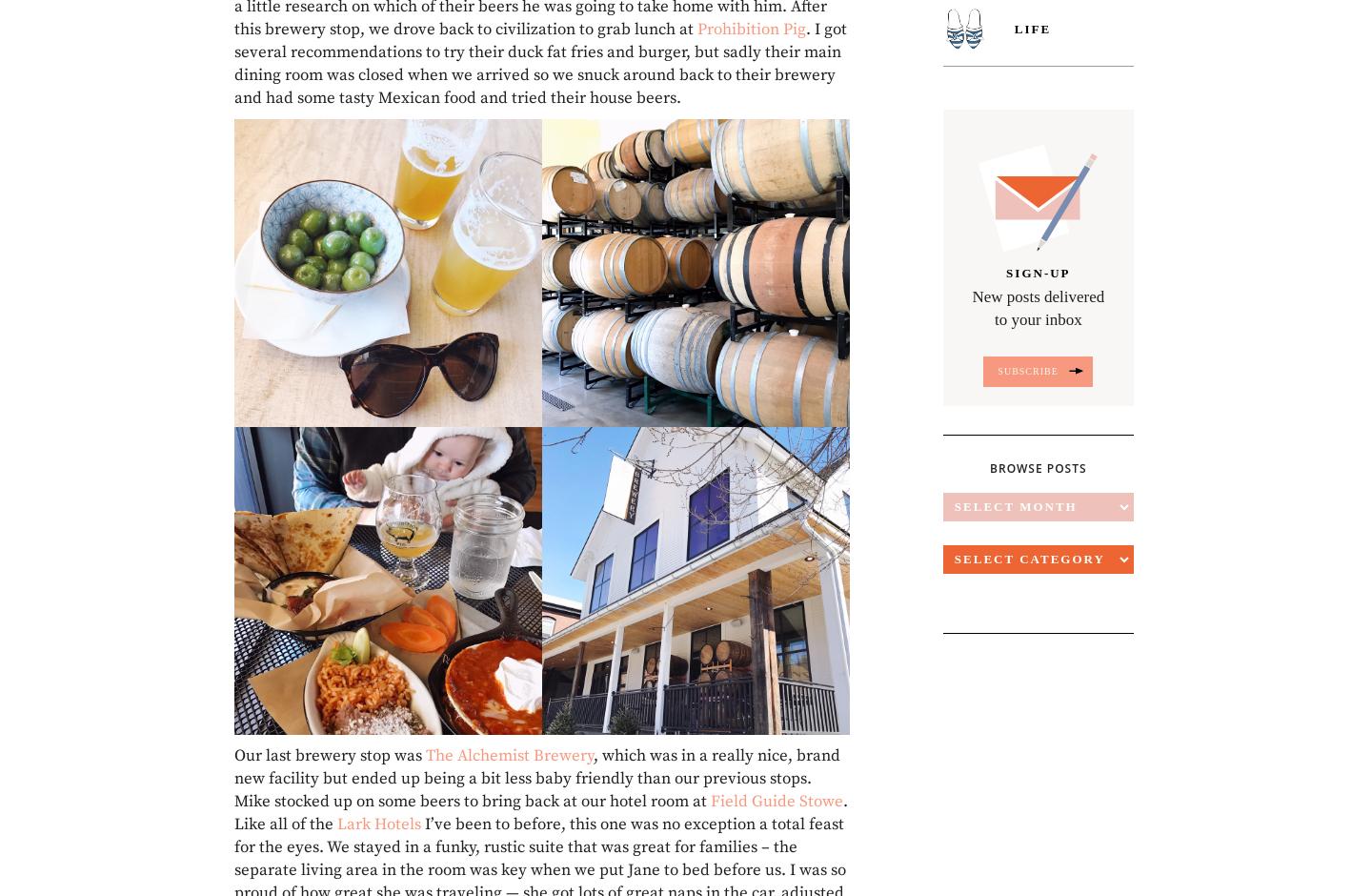  I want to click on 'Browse Posts', so click(1037, 467).